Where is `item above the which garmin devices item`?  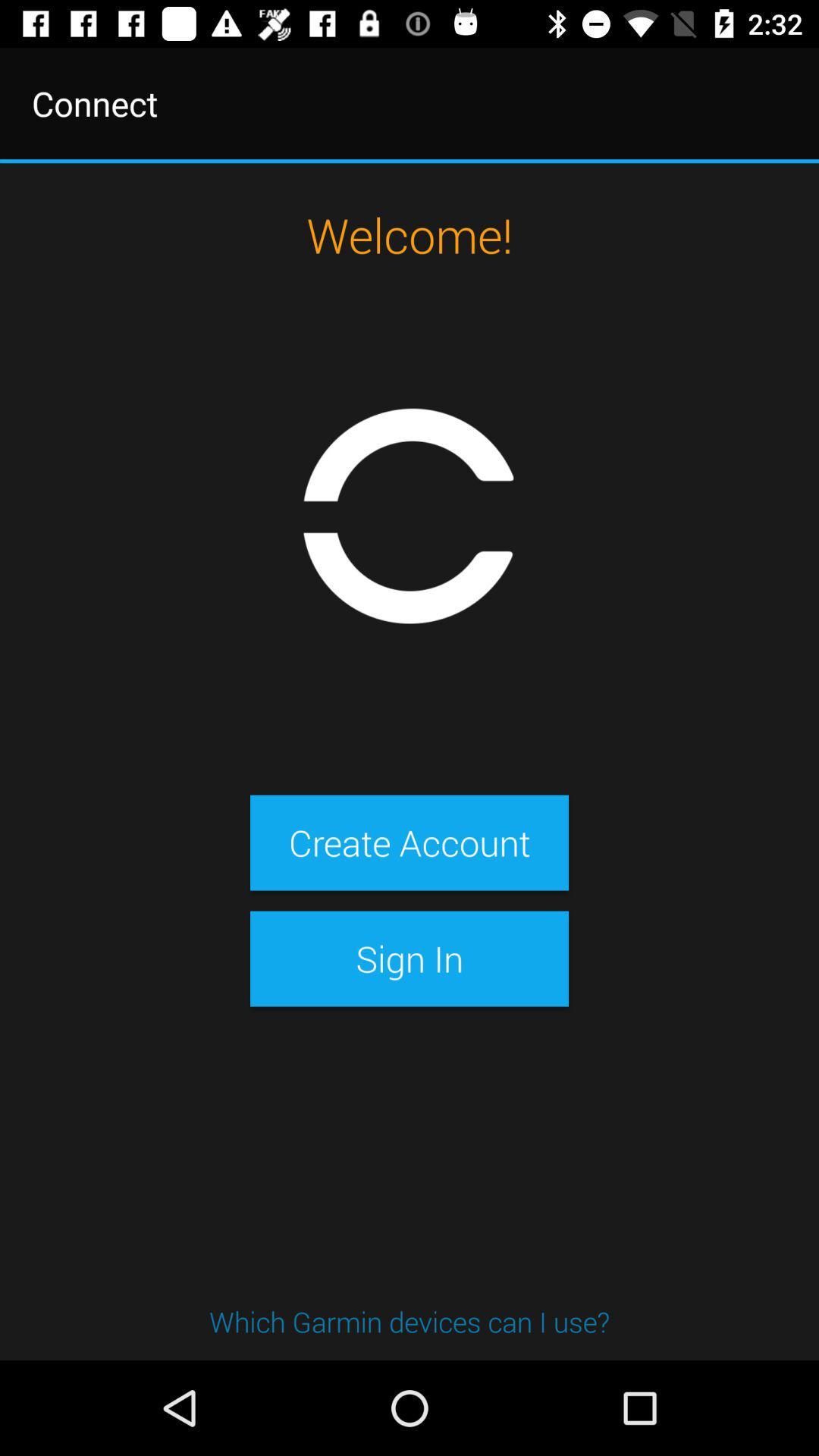
item above the which garmin devices item is located at coordinates (409, 958).